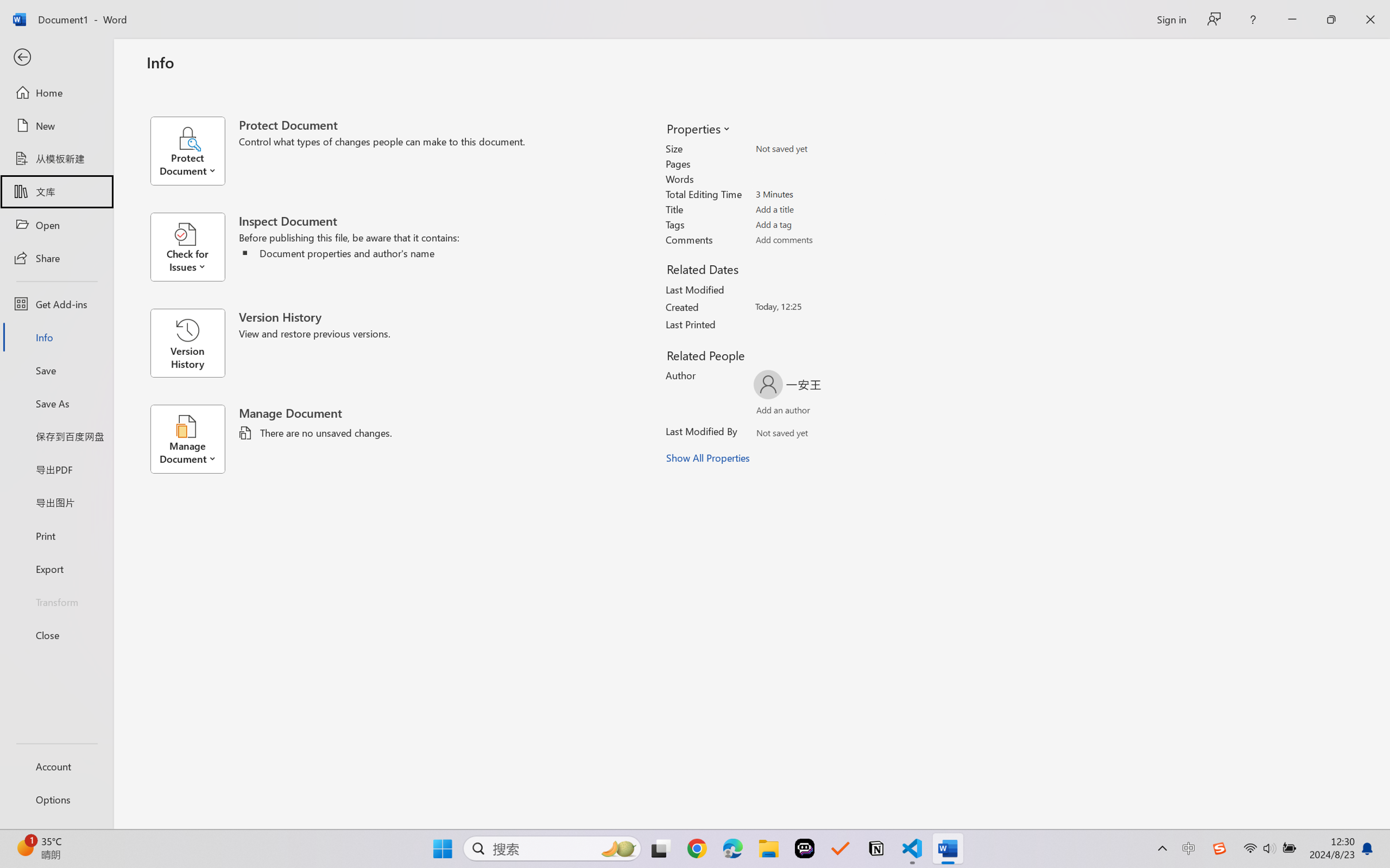 The image size is (1390, 868). Describe the element at coordinates (56, 536) in the screenshot. I see `'Print'` at that location.